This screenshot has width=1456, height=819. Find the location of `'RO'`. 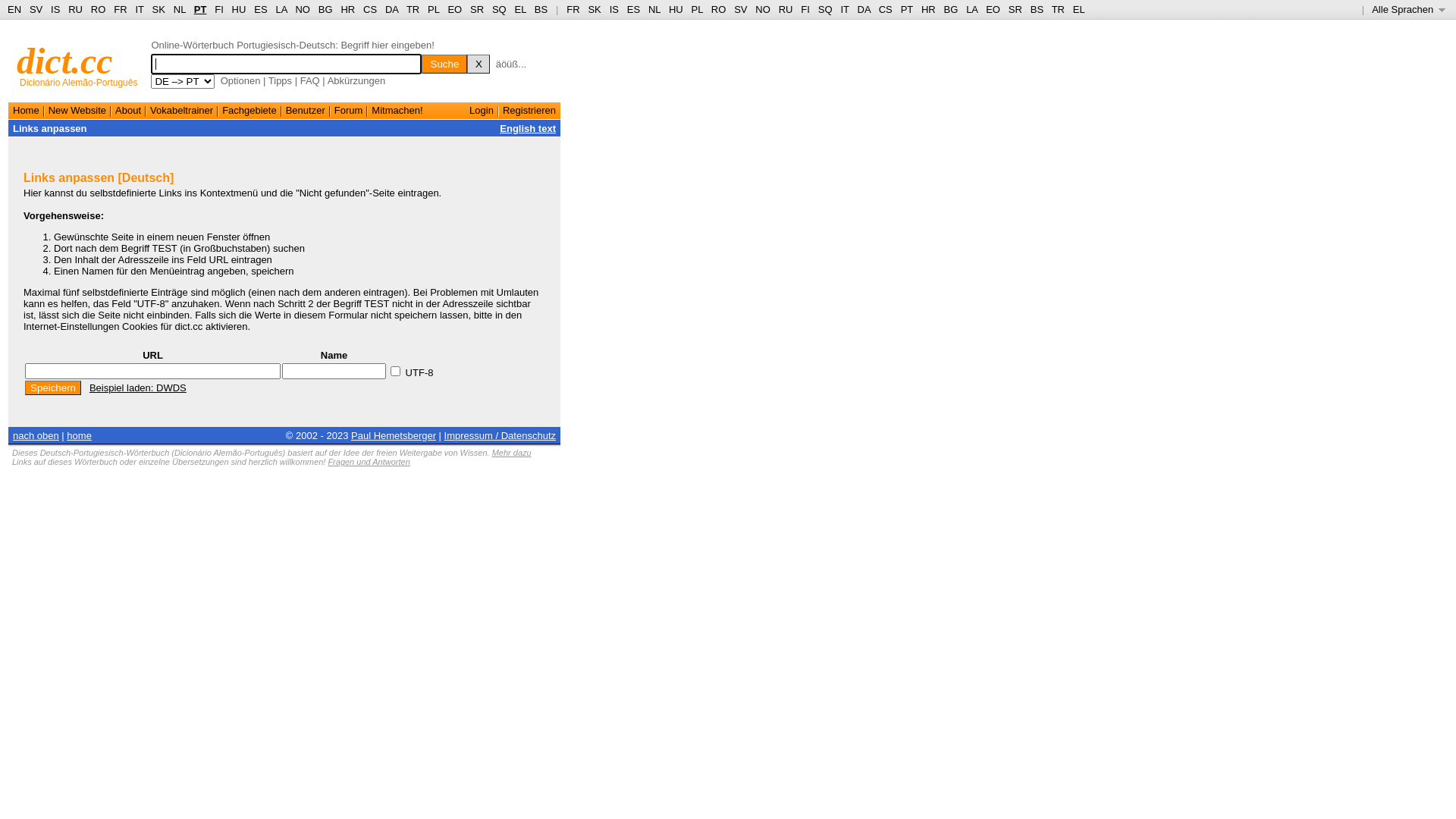

'RO' is located at coordinates (718, 9).